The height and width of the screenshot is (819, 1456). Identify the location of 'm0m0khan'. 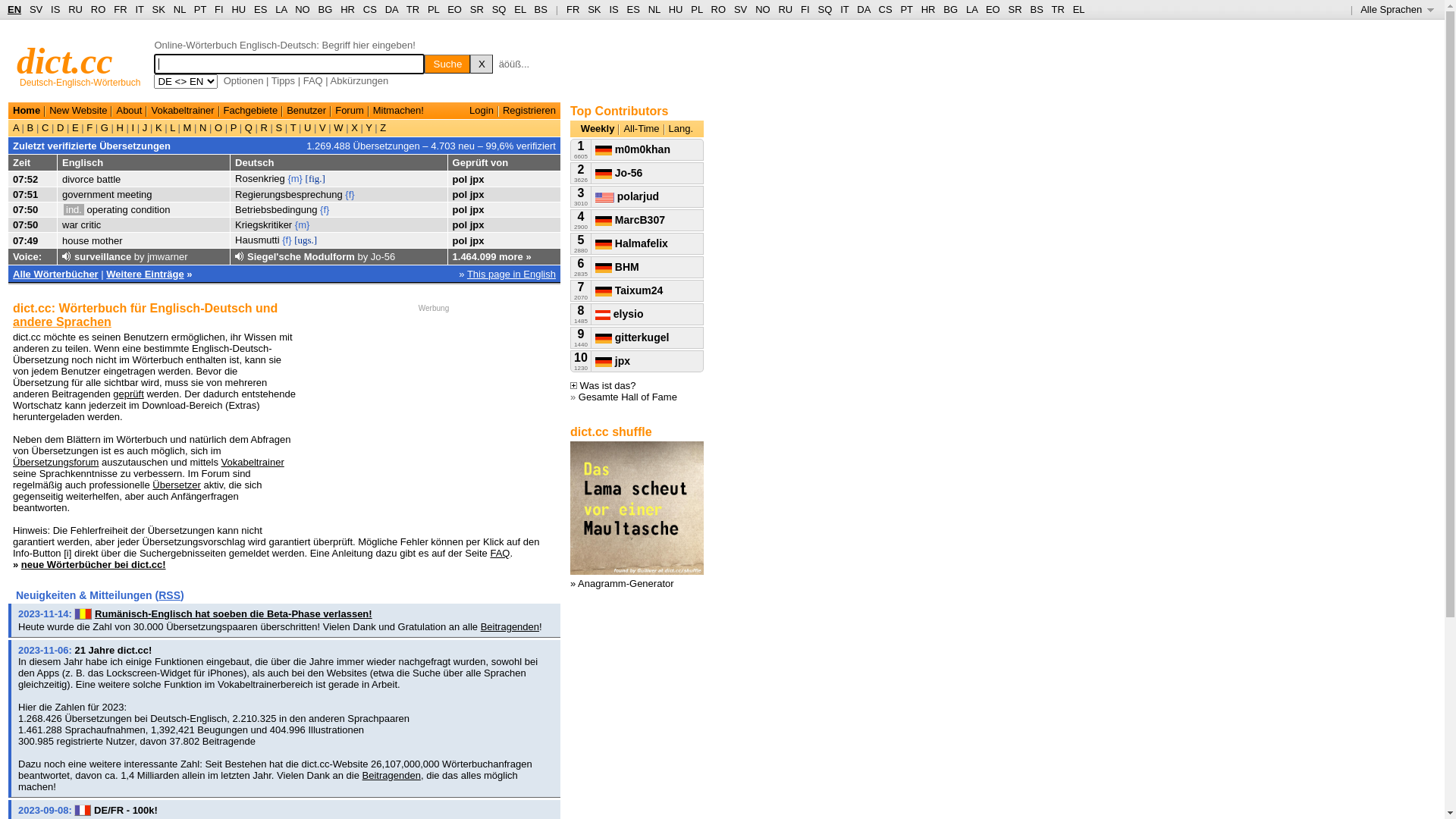
(632, 149).